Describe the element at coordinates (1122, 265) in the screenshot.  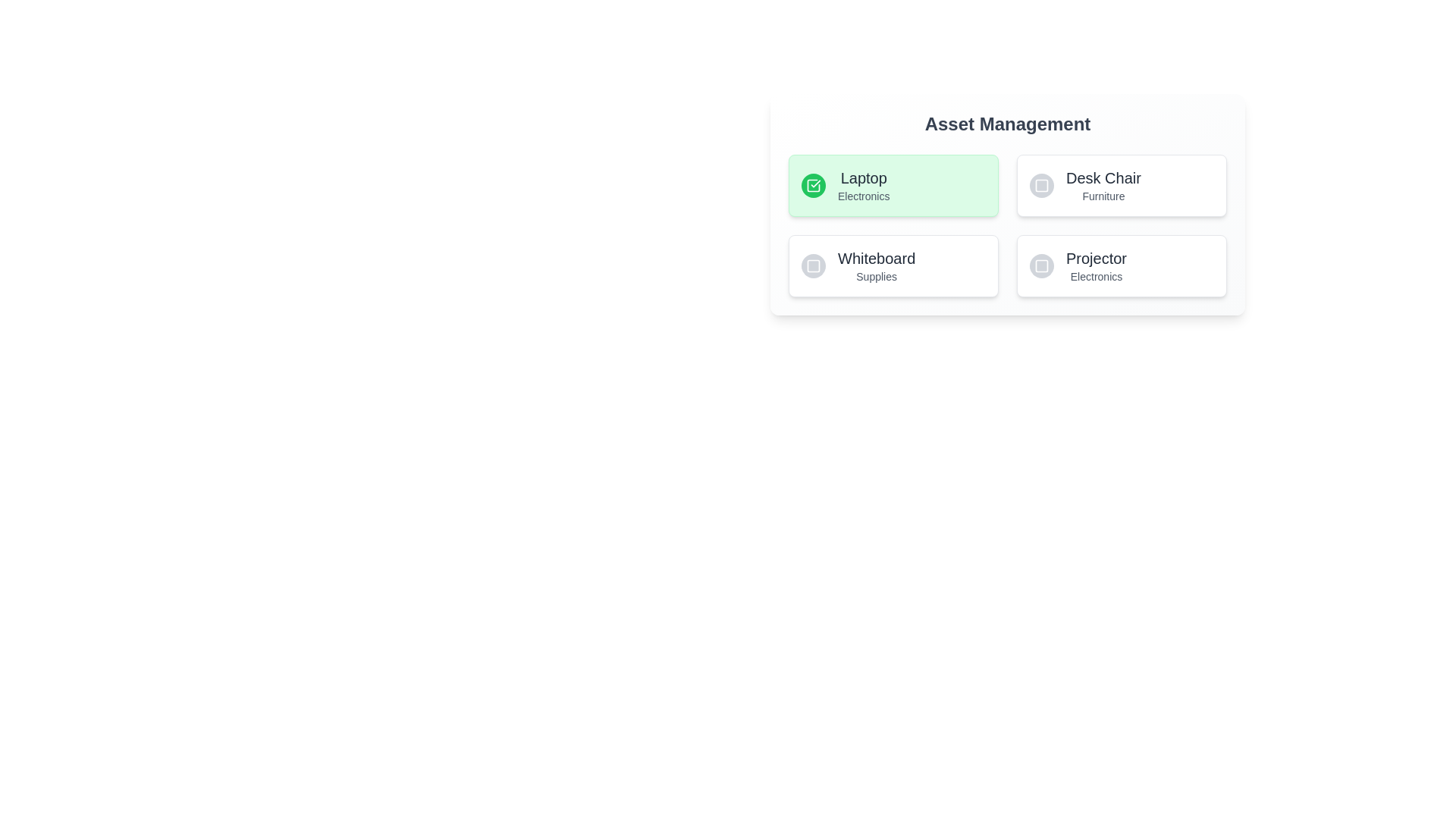
I see `the asset item identified by Projector` at that location.